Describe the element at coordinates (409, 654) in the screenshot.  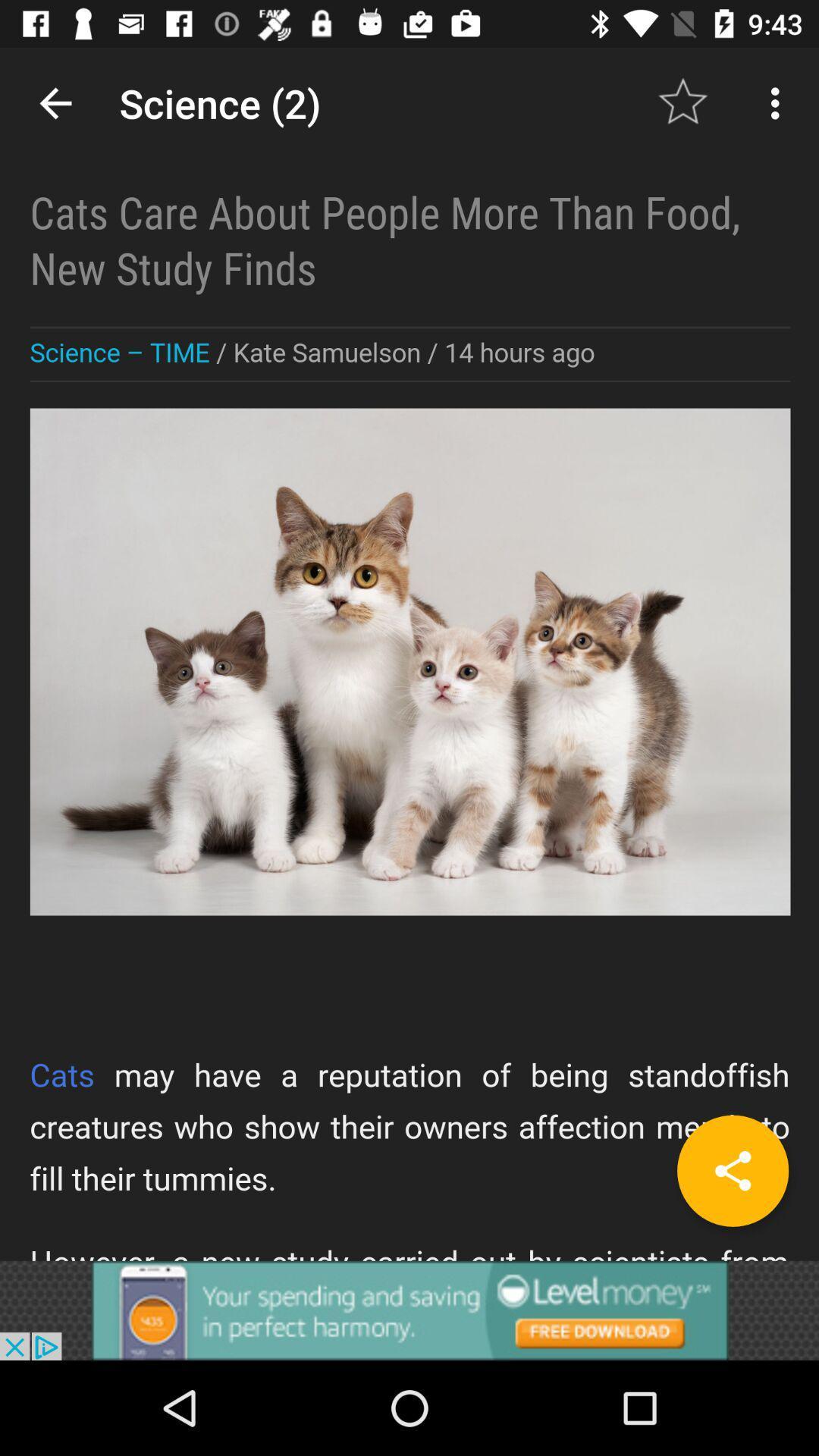
I see `sharing information` at that location.